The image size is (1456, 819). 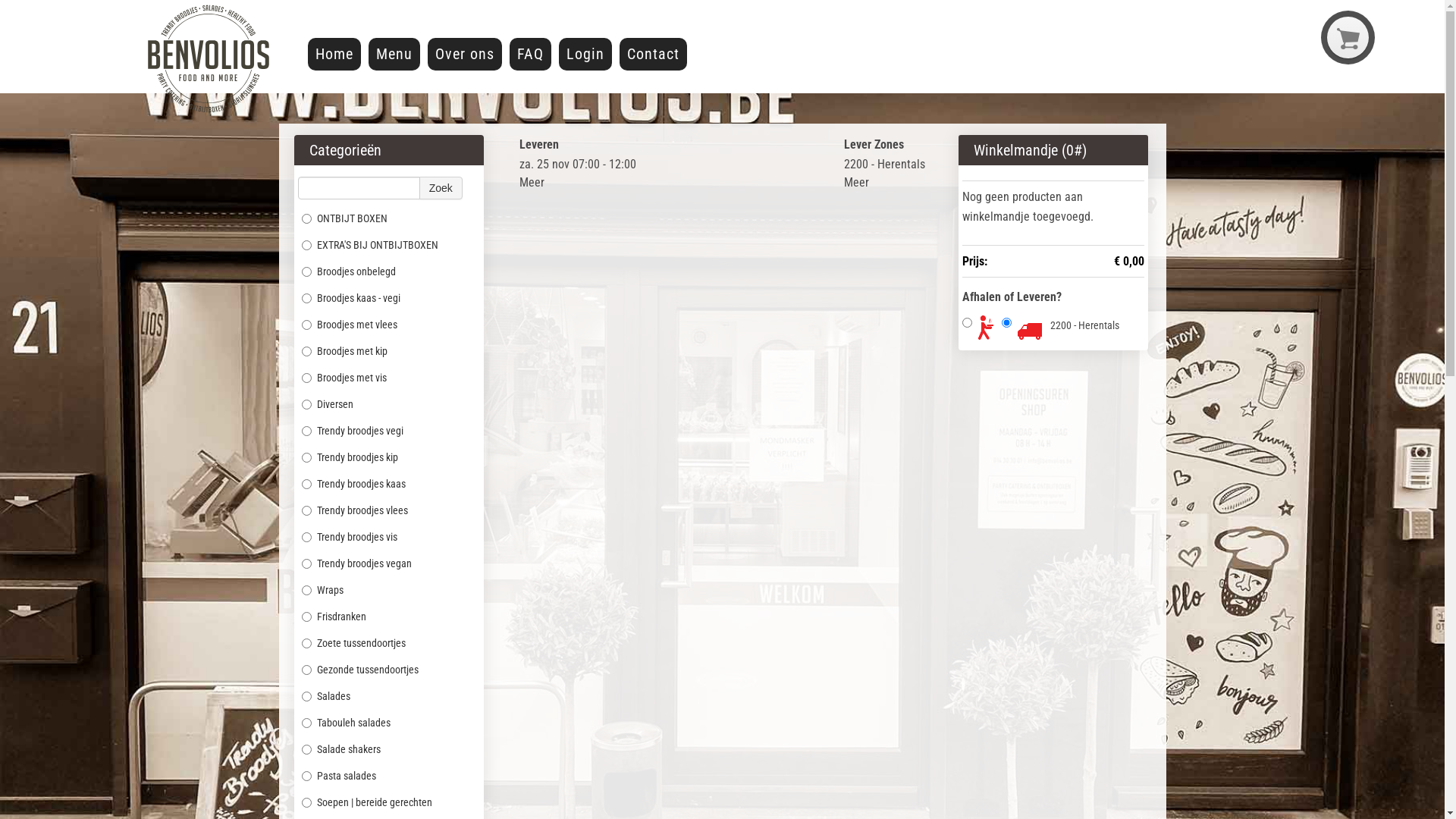 I want to click on 'FAQ', so click(x=530, y=53).